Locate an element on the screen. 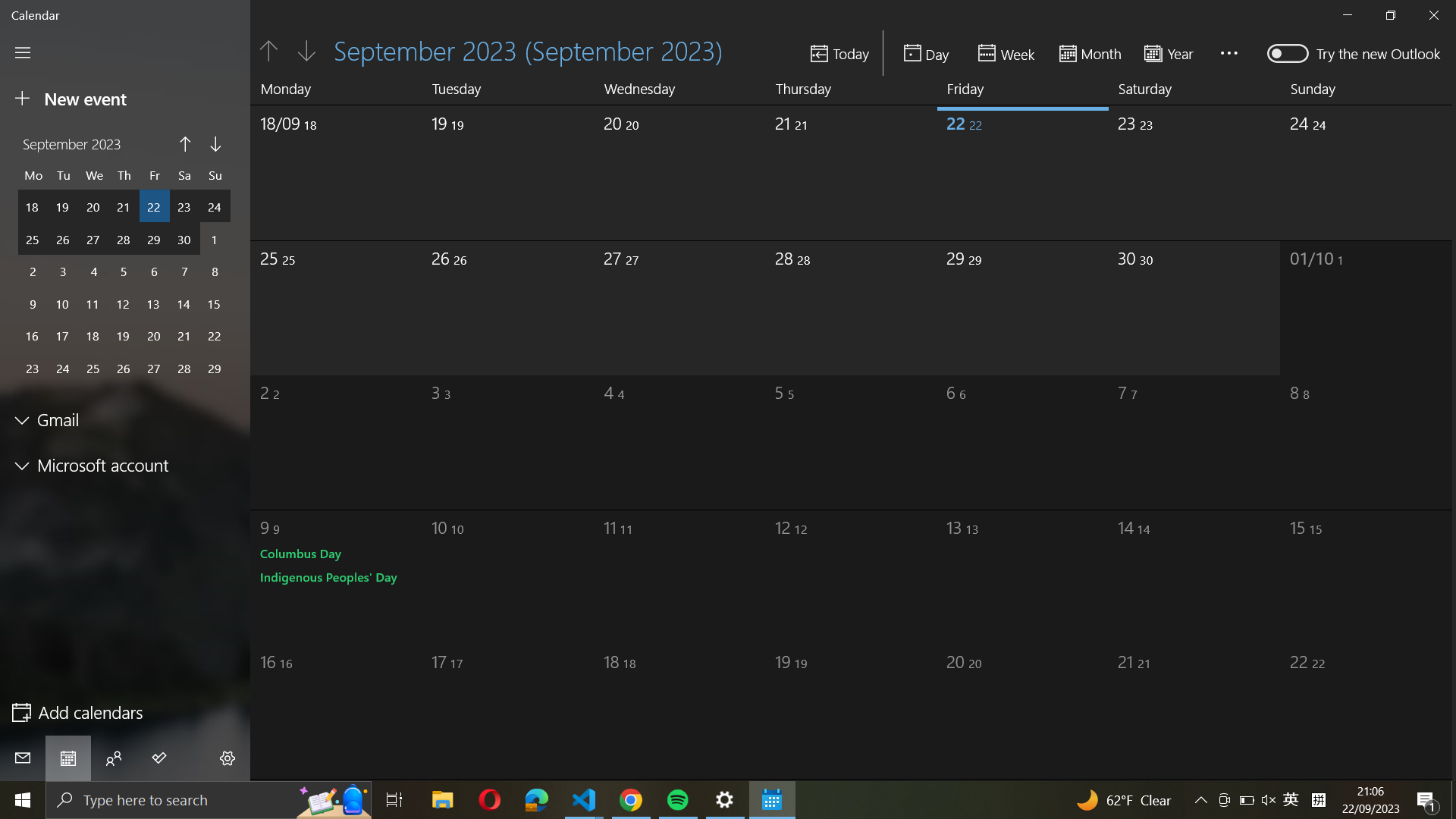  add new events on Columbus Day is located at coordinates (301, 554).